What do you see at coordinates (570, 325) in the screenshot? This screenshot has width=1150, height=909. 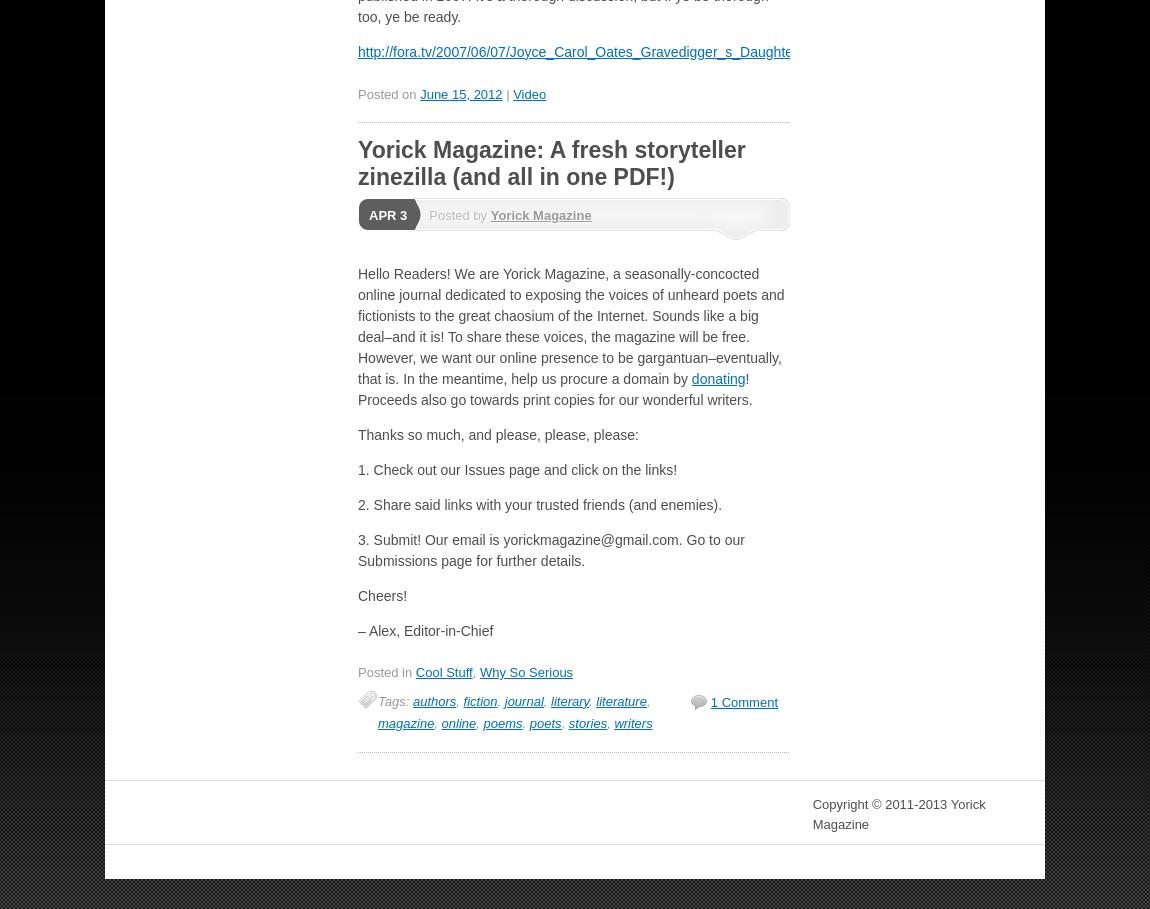 I see `'Hello Readers! We are Yorick Magazine, a seasonally-concocted online journal dedicated to exposing the voices of unheard poets and fictionists to the great chaosium of the Internet. Sounds like a big deal–and it is! To share these voices, the magazine will be free. However, we want our online presence to be gargantuan–eventually, that is. In the meantime, help us procure a domain by'` at bounding box center [570, 325].